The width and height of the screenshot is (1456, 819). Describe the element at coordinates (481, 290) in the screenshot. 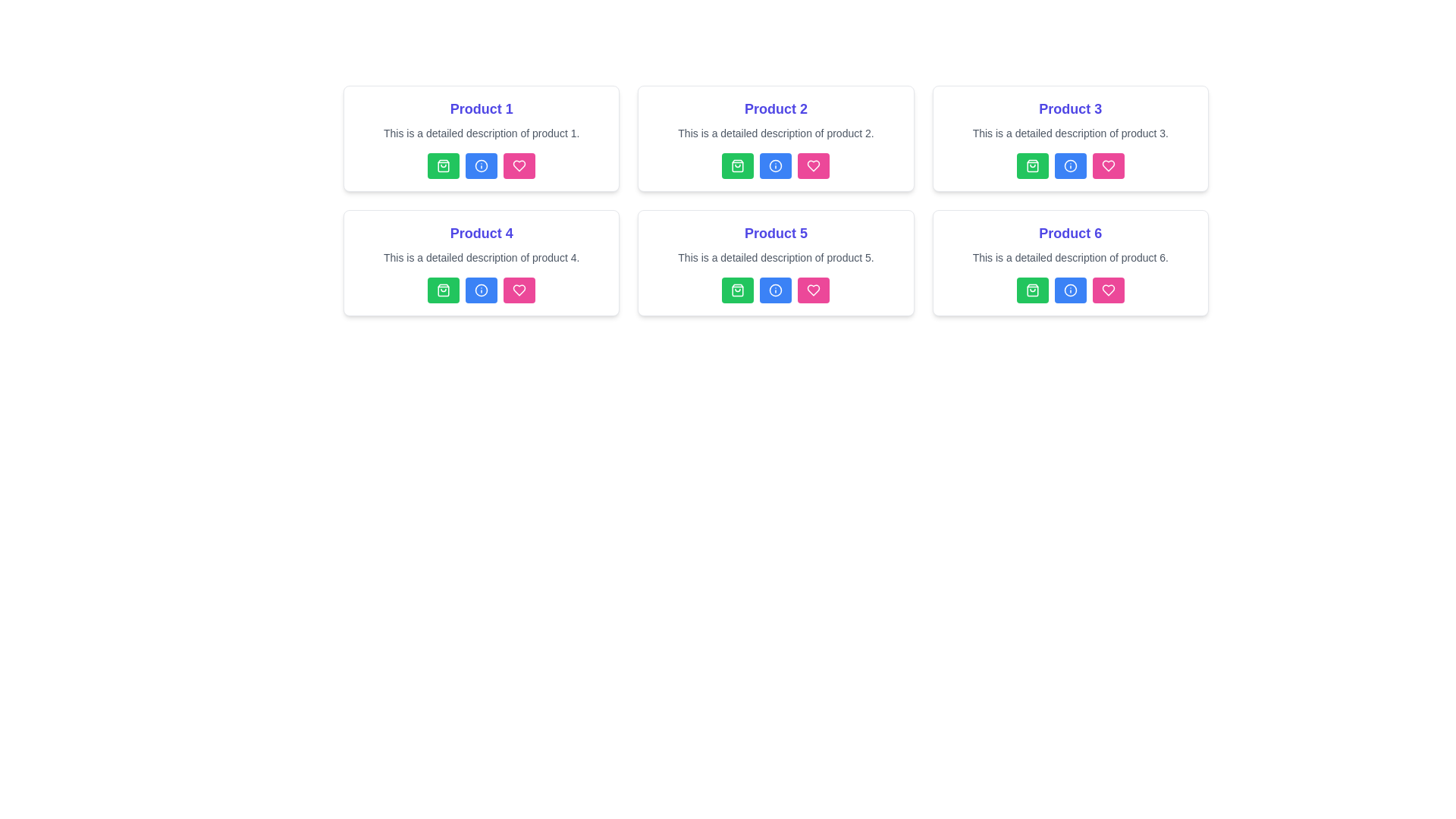

I see `the second button in the horizontal series of three buttons located beneath the description of 'Product 4'` at that location.